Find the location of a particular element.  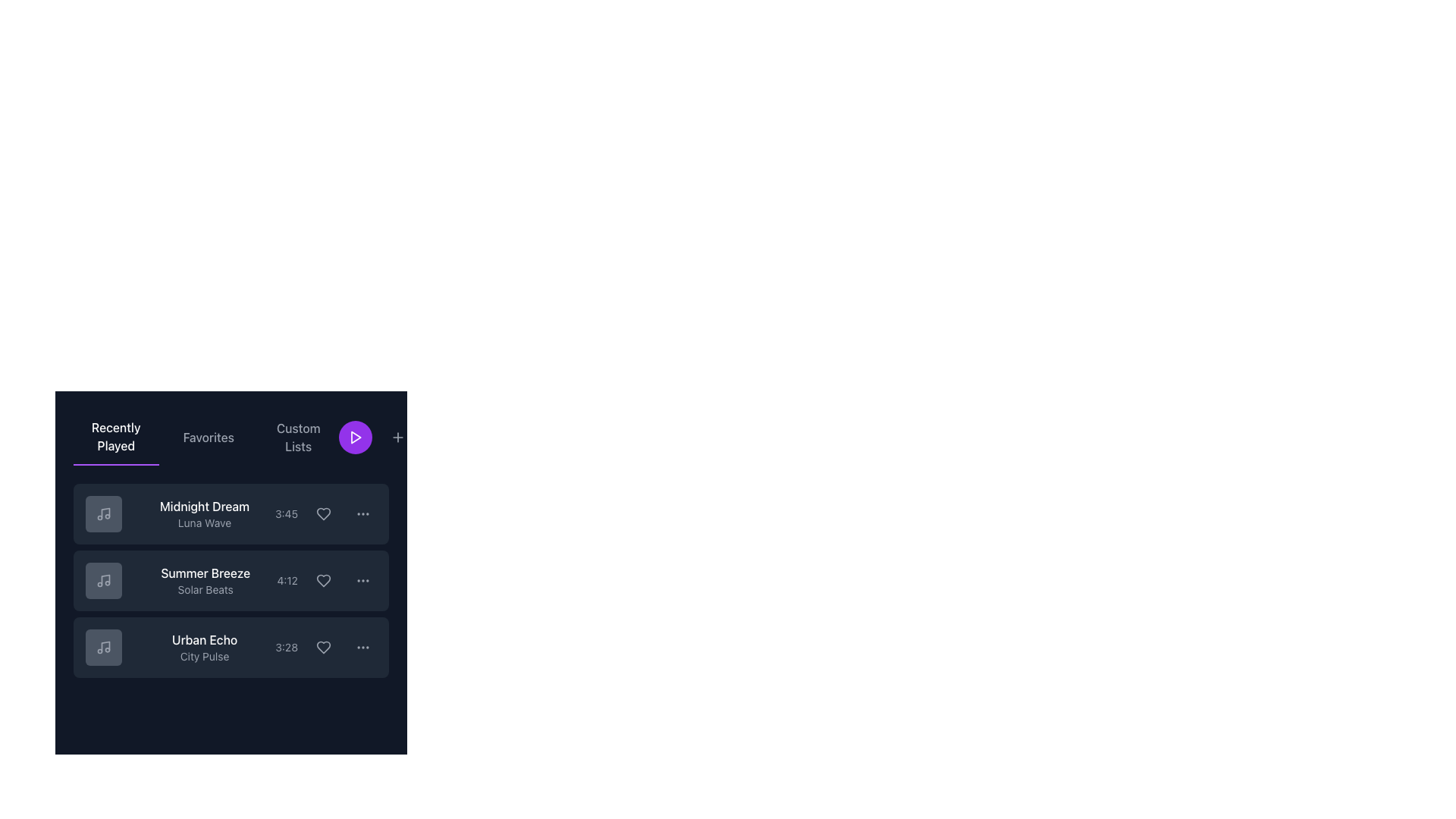

the small heart-shaped icon button, which is outlined in gray and turns pink on hover, located to the right of the song duration text is located at coordinates (323, 647).